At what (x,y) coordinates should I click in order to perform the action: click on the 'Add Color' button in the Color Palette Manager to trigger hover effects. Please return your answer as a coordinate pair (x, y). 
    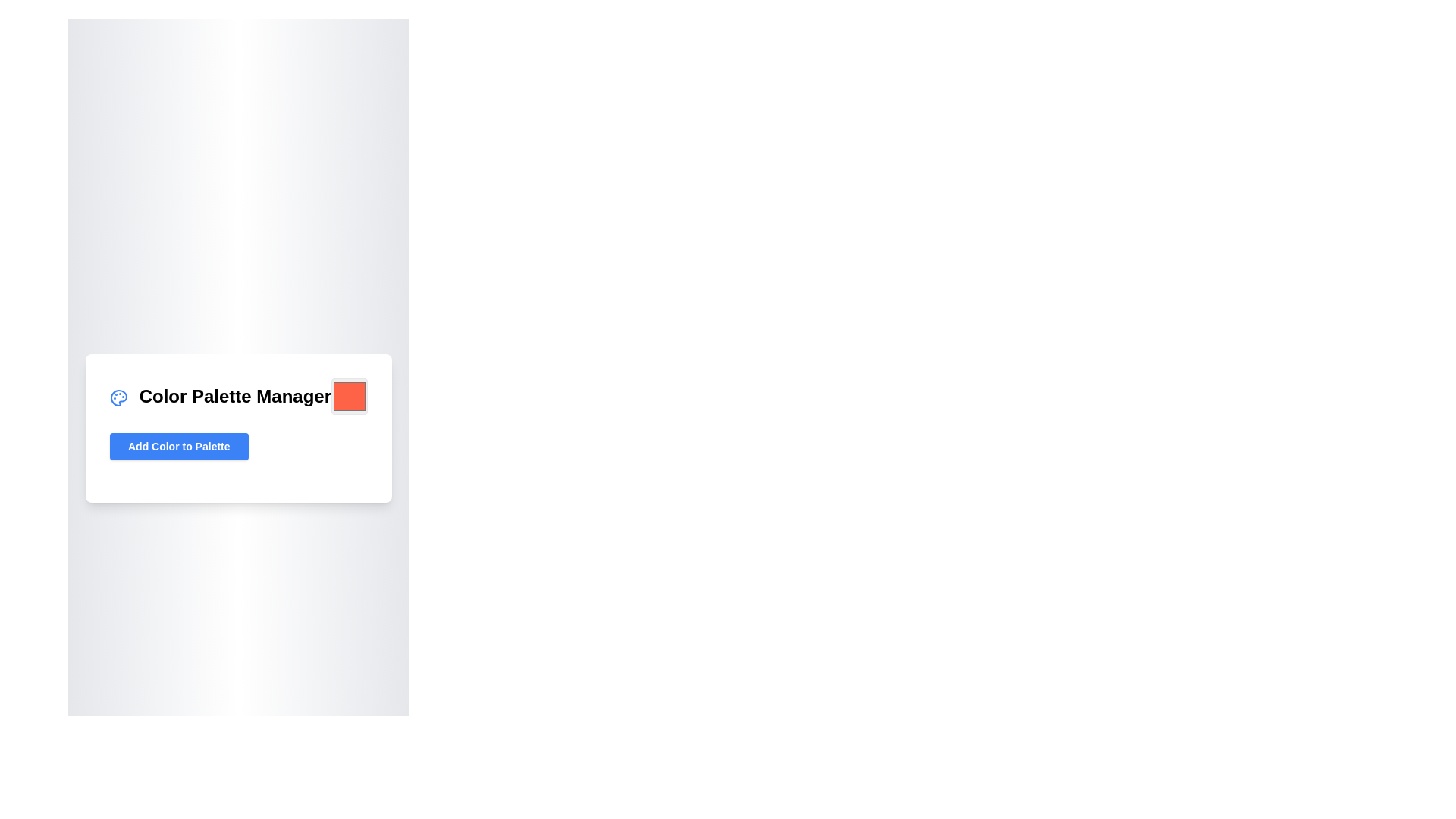
    Looking at the image, I should click on (179, 446).